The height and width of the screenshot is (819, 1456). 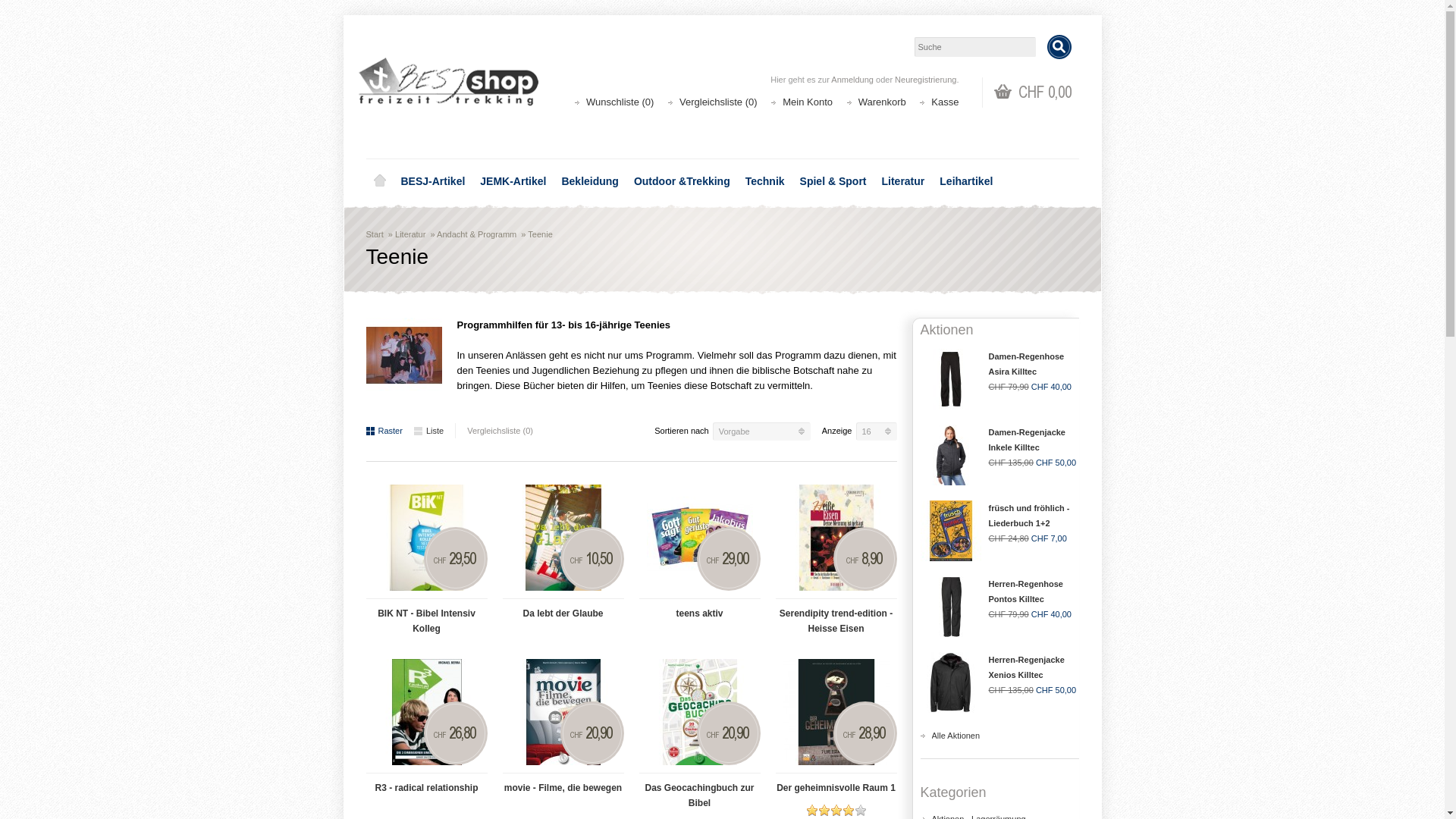 What do you see at coordinates (356, 84) in the screenshot?
I see `'BESJ-Shop'` at bounding box center [356, 84].